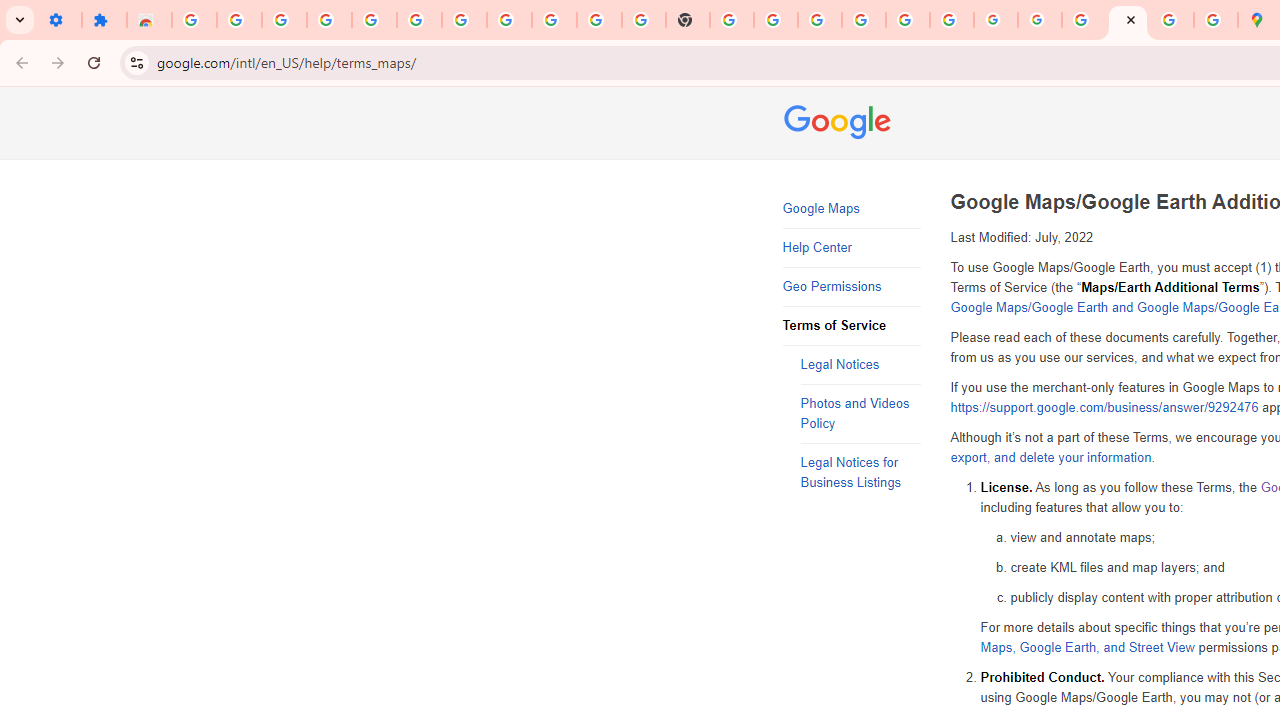  Describe the element at coordinates (93, 61) in the screenshot. I see `'Reload'` at that location.